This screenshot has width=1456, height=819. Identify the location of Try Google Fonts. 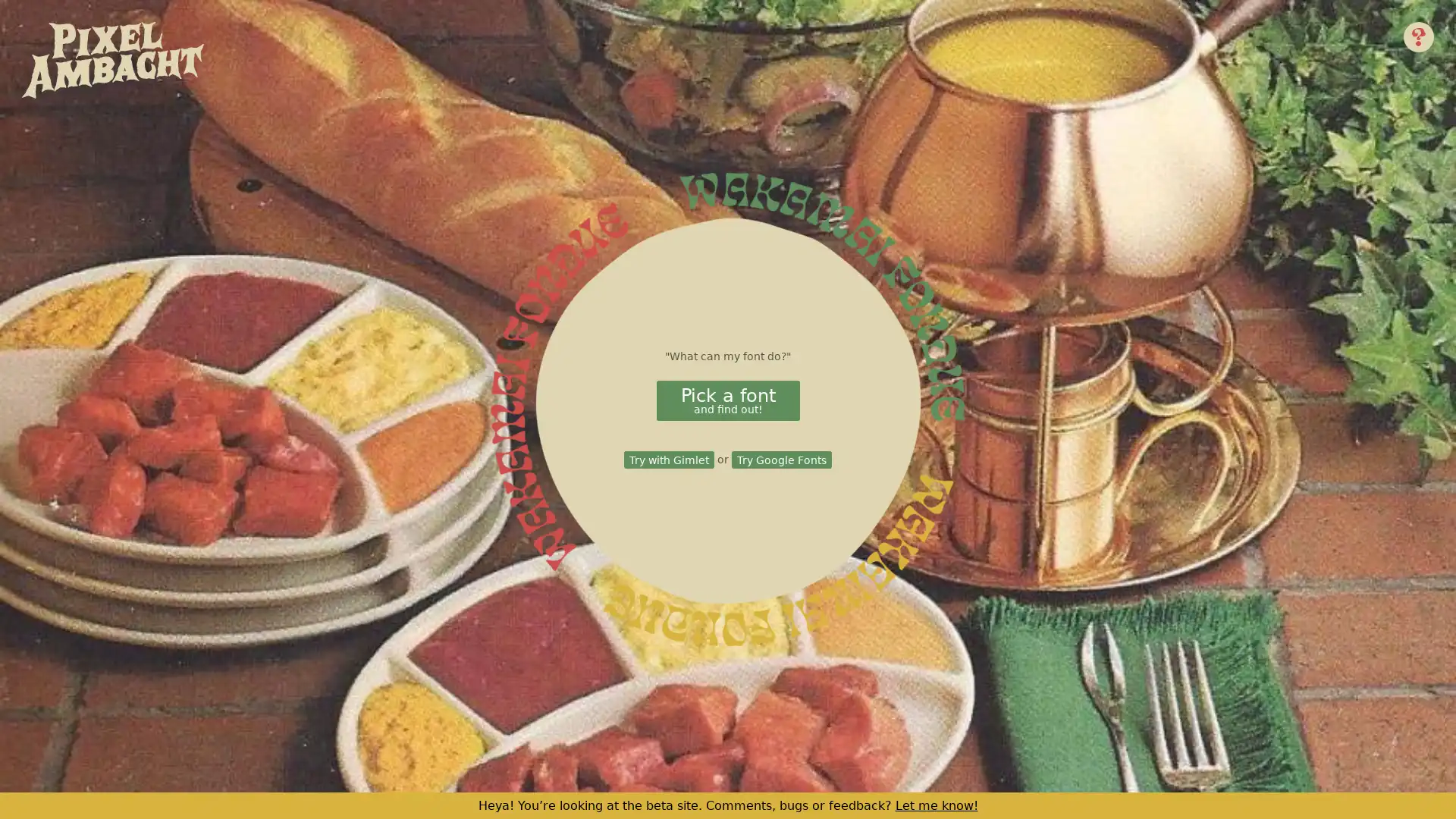
(781, 459).